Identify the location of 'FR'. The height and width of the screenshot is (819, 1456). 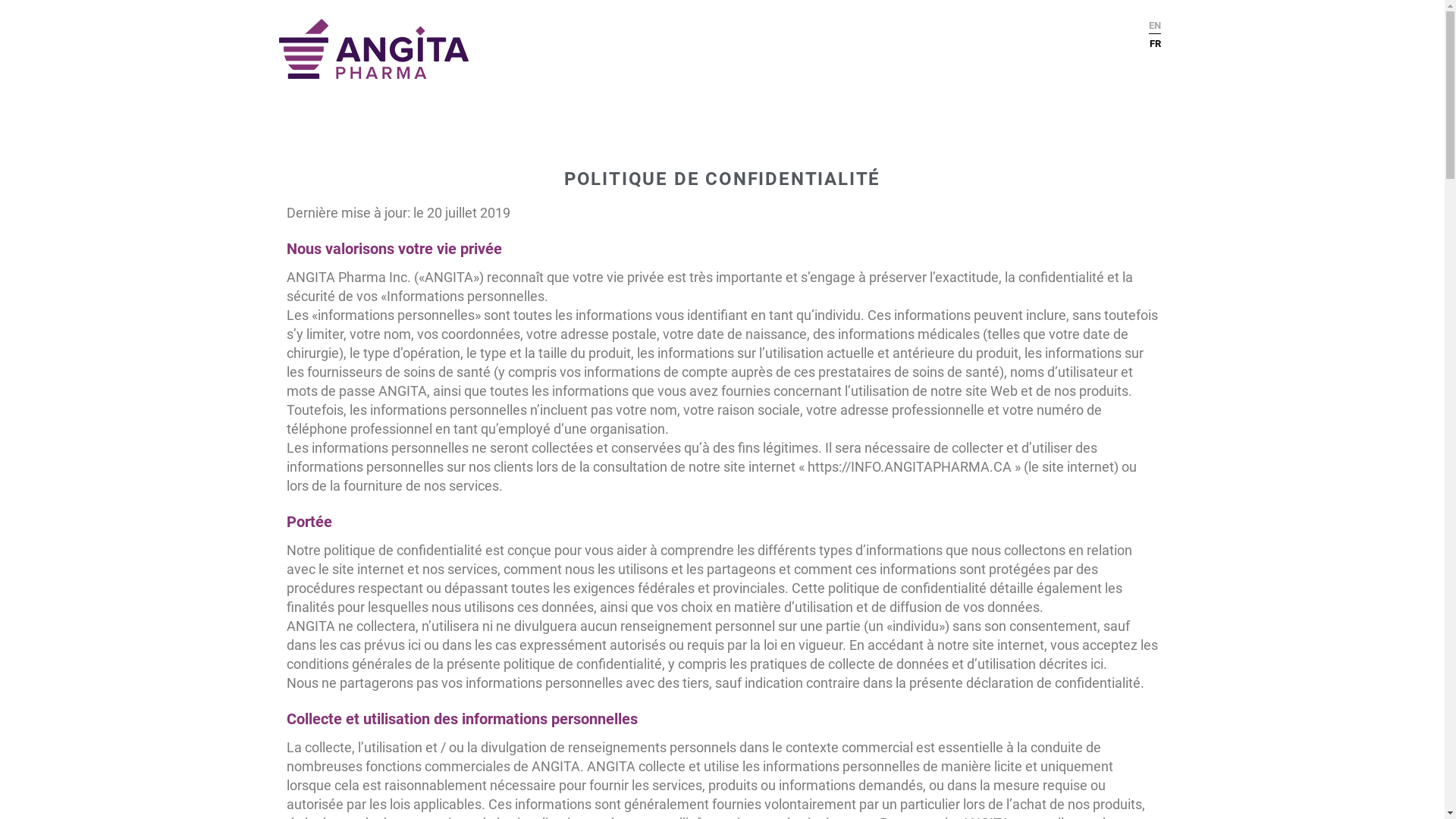
(1149, 40).